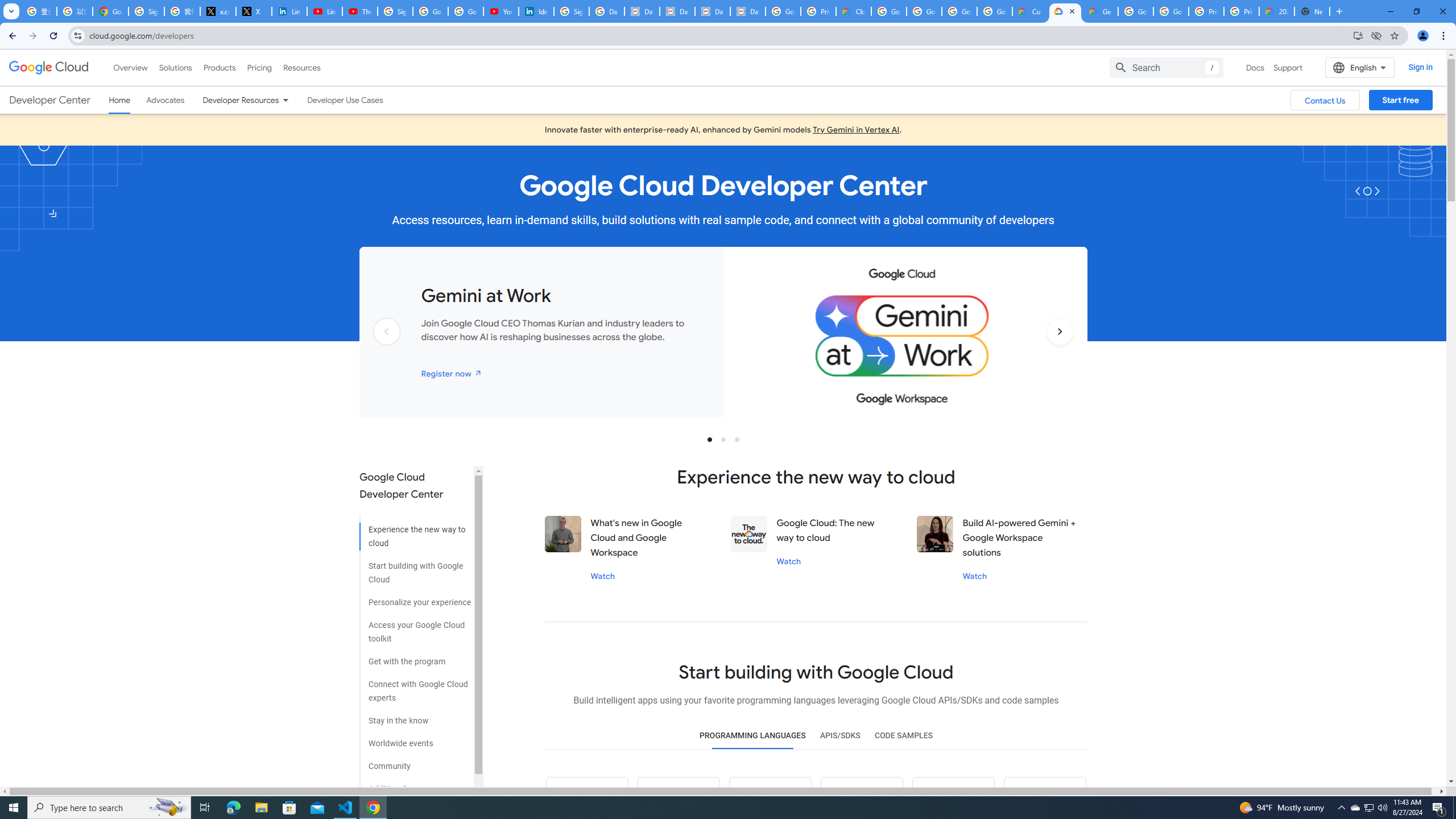 The width and height of the screenshot is (1456, 819). Describe the element at coordinates (1359, 67) in the screenshot. I see `'English'` at that location.